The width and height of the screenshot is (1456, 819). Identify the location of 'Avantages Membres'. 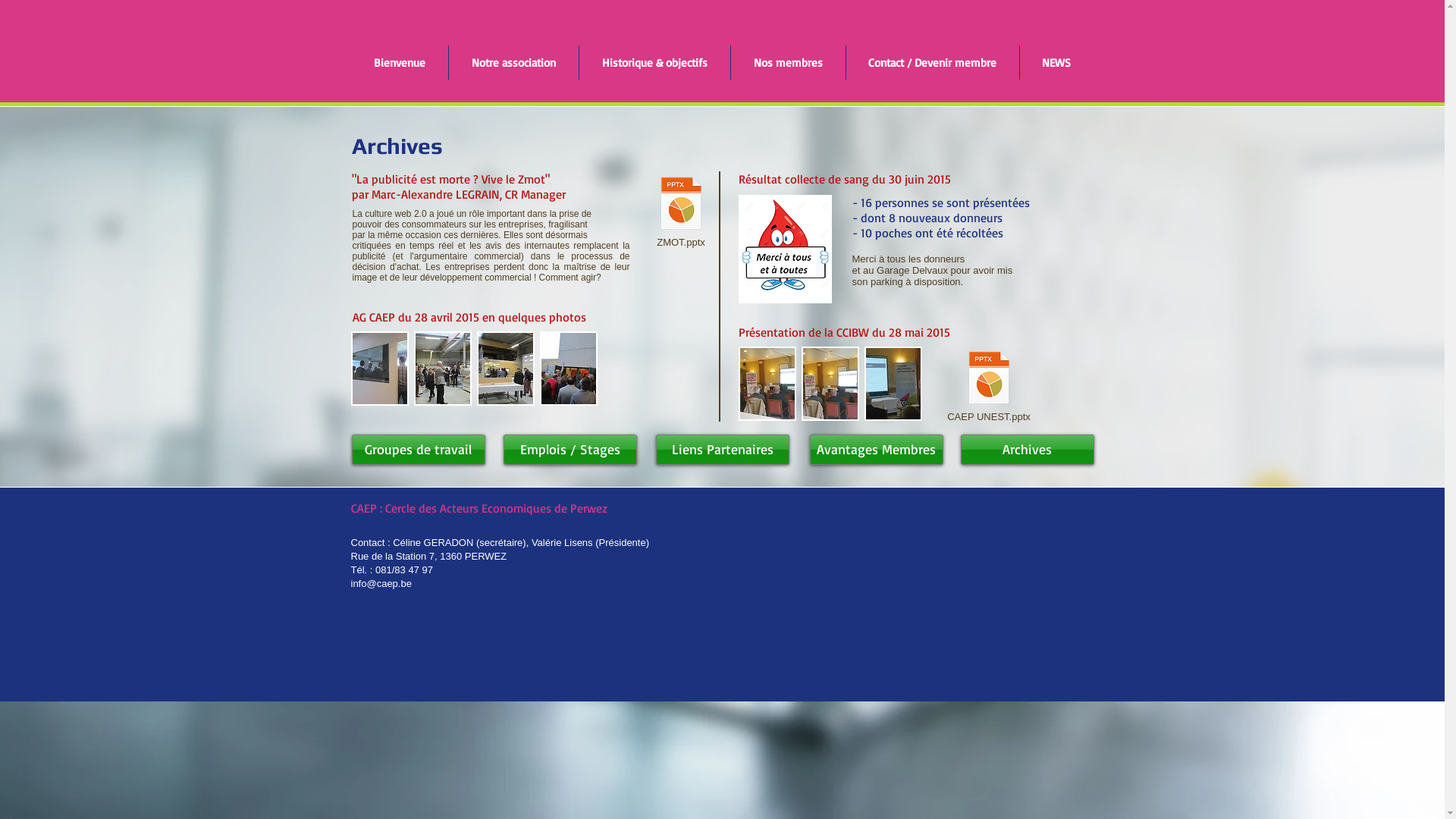
(877, 449).